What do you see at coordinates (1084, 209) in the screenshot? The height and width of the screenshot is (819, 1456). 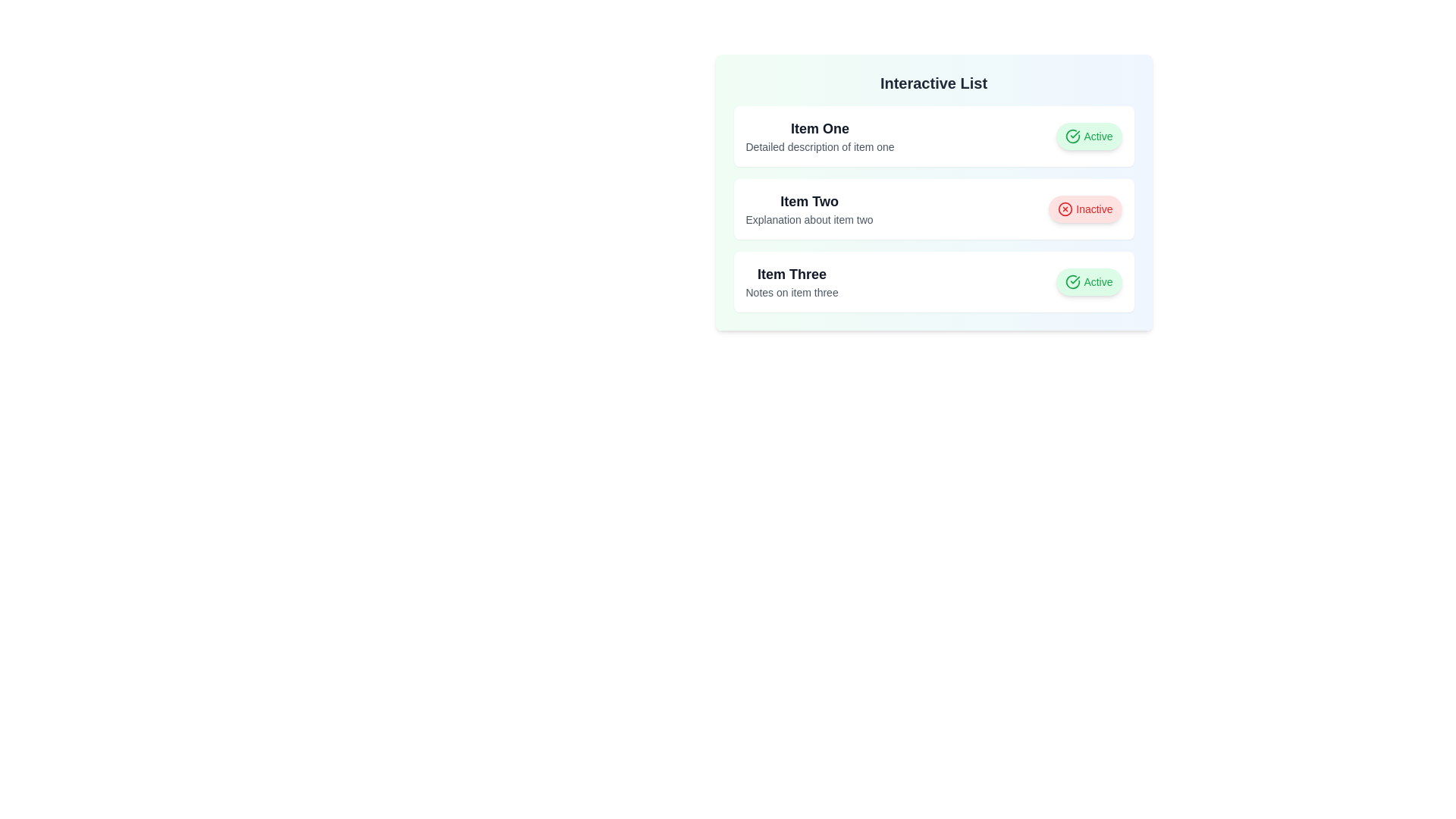 I see `the item by clicking the button associated with Item Two` at bounding box center [1084, 209].